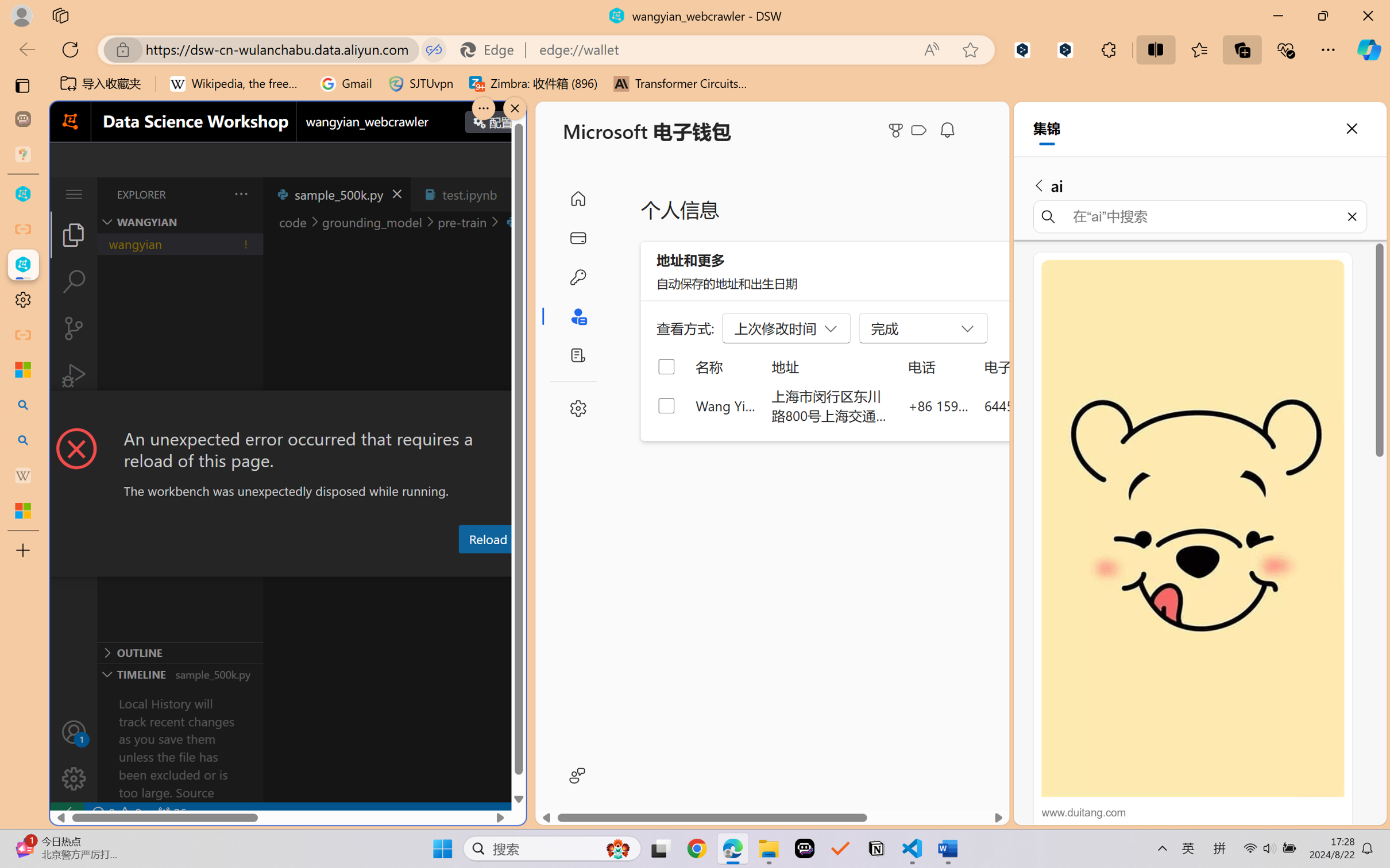 The width and height of the screenshot is (1390, 868). I want to click on 'test.ipynb', so click(469, 193).